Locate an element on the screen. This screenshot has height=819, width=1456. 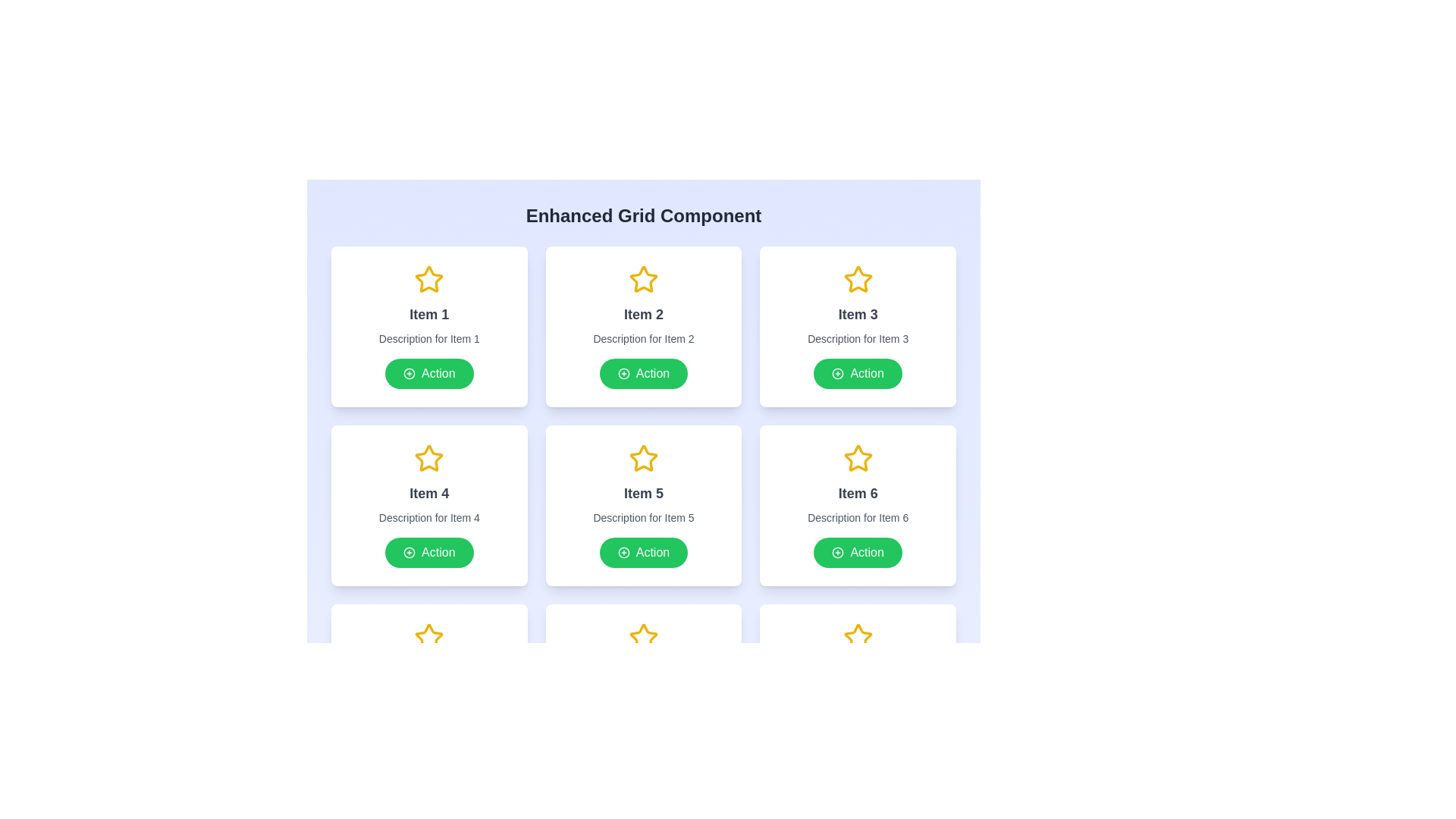
icon at the top of the Card representing 'Item 3' located in the first row, third column of the grid is located at coordinates (858, 326).